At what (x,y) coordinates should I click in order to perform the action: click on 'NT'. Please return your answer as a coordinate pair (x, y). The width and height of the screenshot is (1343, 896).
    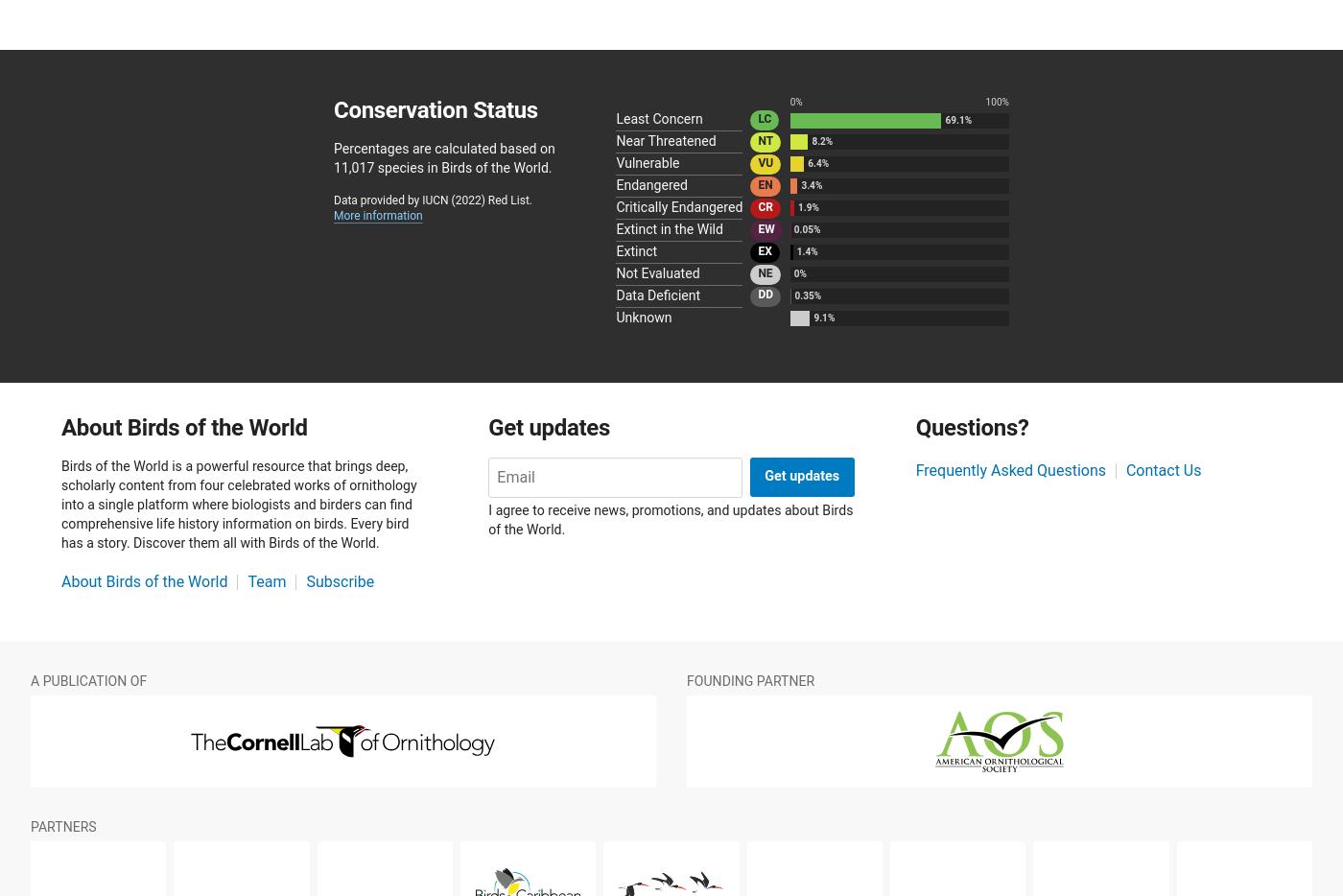
    Looking at the image, I should click on (765, 139).